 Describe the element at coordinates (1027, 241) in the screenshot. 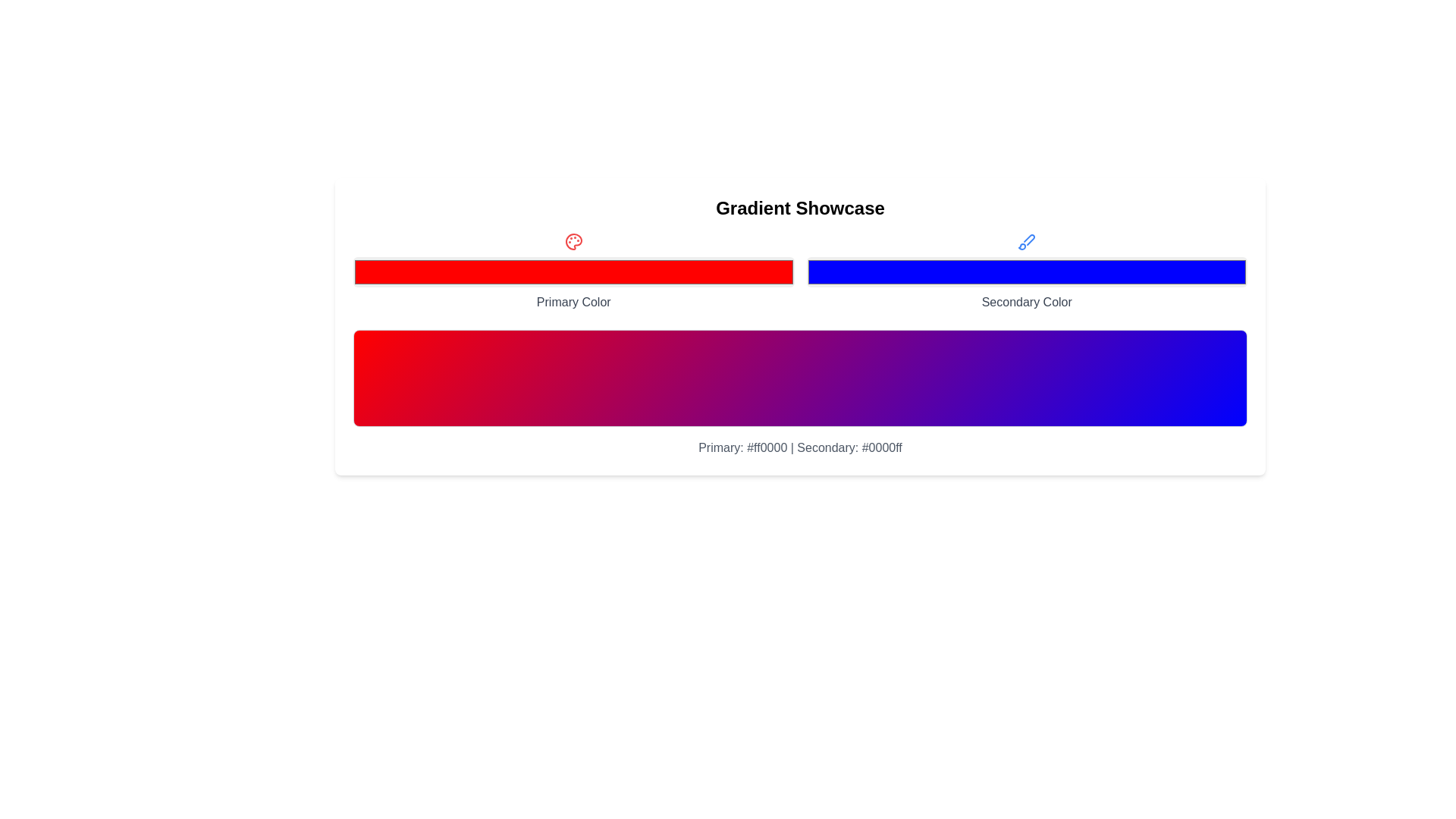

I see `the small SVG icon representing a brush or painter's tool with a blue outline, located in the 'Secondary Color' section above the text 'Secondary Color'` at that location.